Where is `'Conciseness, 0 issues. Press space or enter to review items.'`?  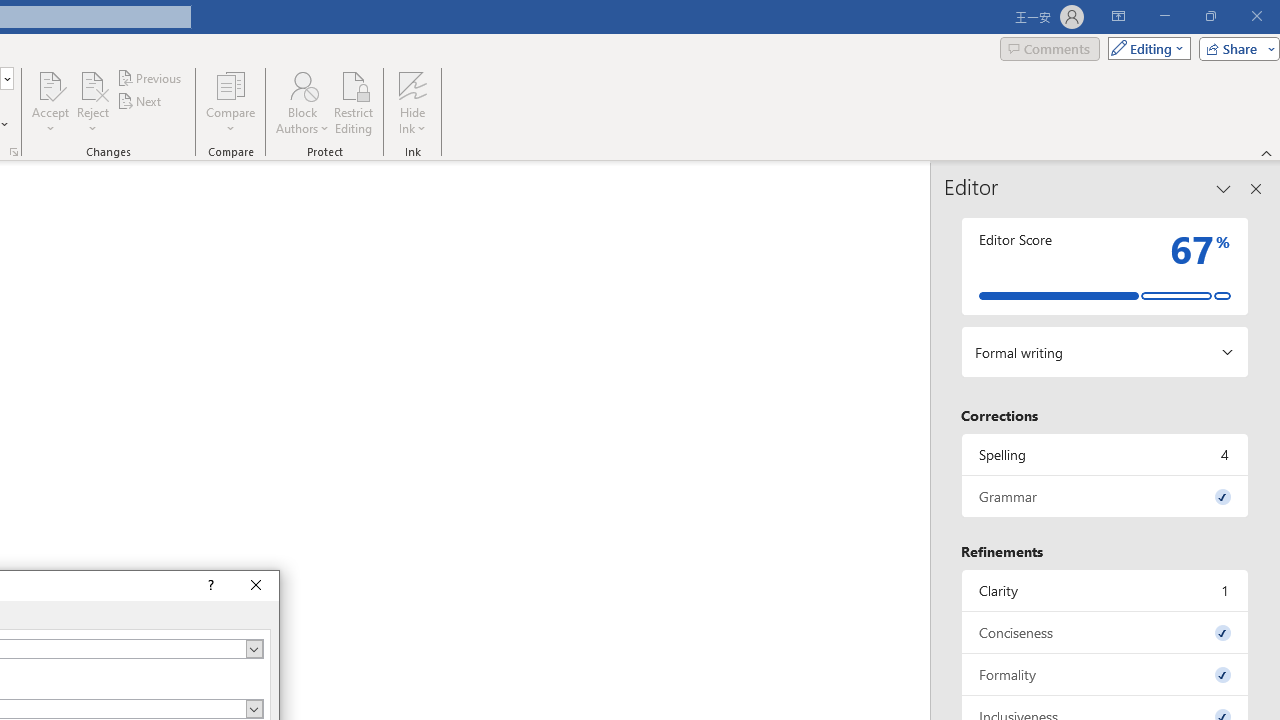
'Conciseness, 0 issues. Press space or enter to review items.' is located at coordinates (1104, 632).